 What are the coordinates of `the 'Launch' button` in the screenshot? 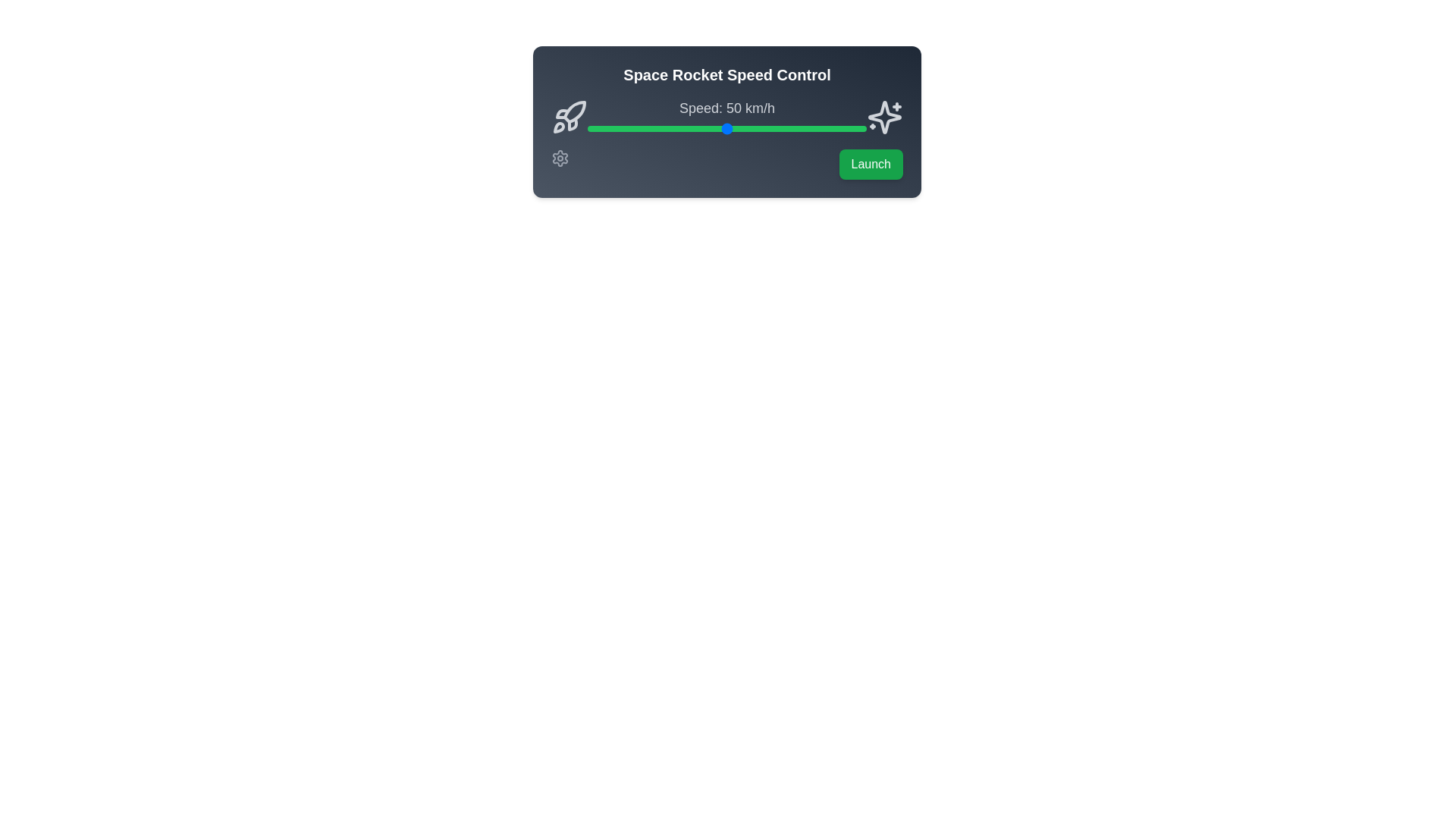 It's located at (871, 164).